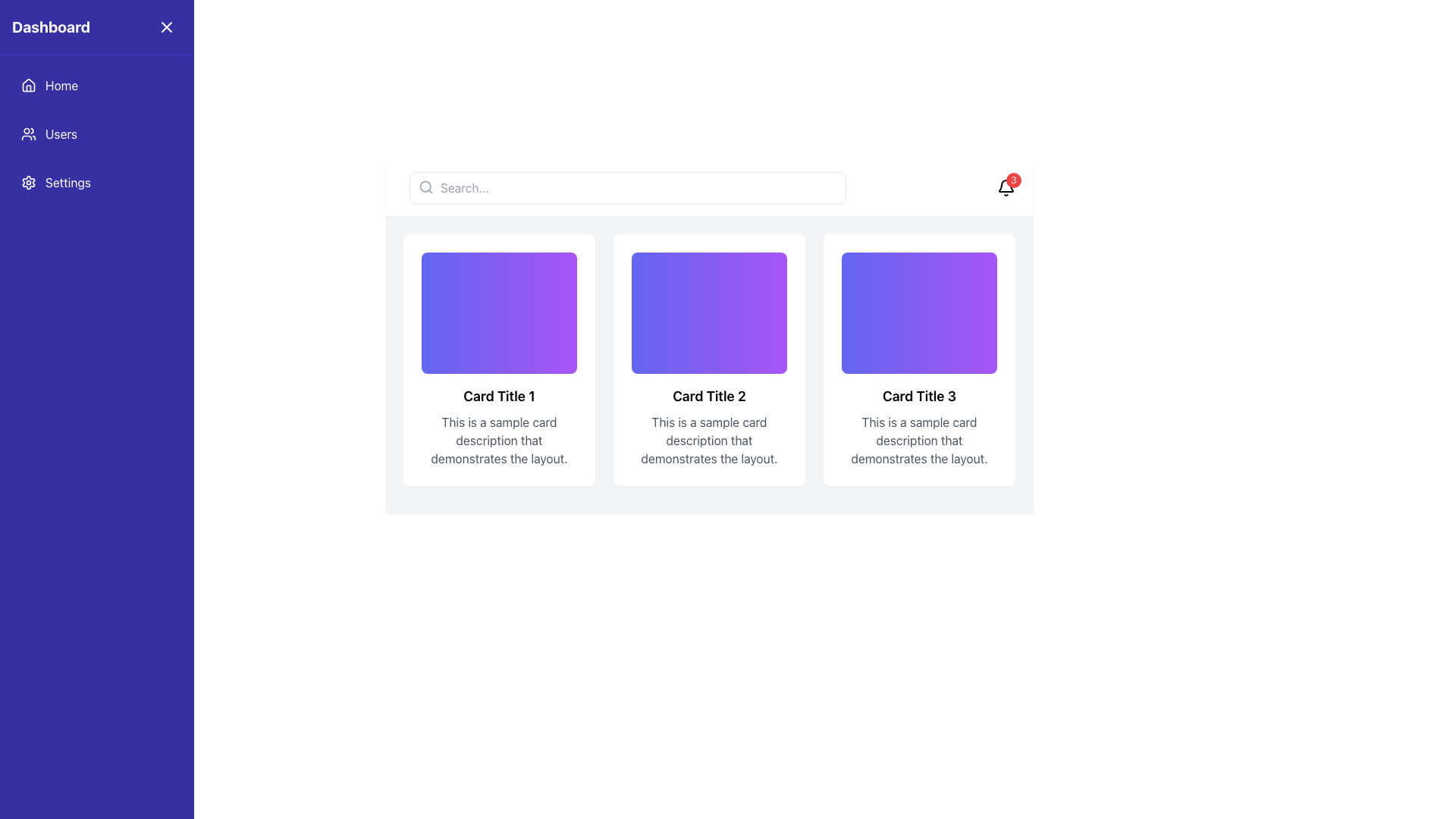 The image size is (1456, 819). I want to click on the first card-like decorative block with a gradient background transitioning from indigo to purple, located above the title 'Card Title 1' in the leftmost card of a horizontal set of three cards, so click(499, 312).